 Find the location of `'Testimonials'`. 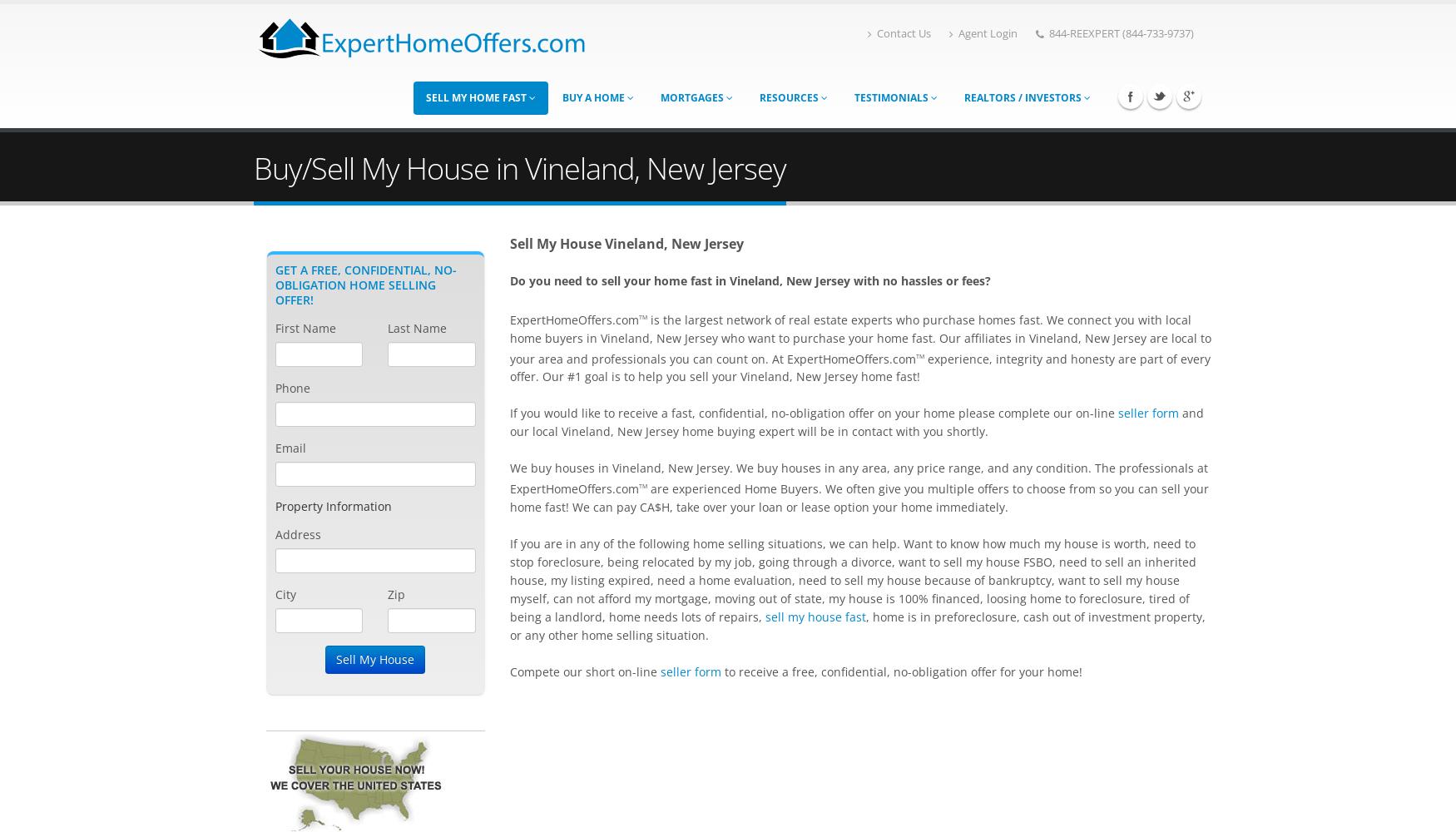

'Testimonials' is located at coordinates (892, 97).